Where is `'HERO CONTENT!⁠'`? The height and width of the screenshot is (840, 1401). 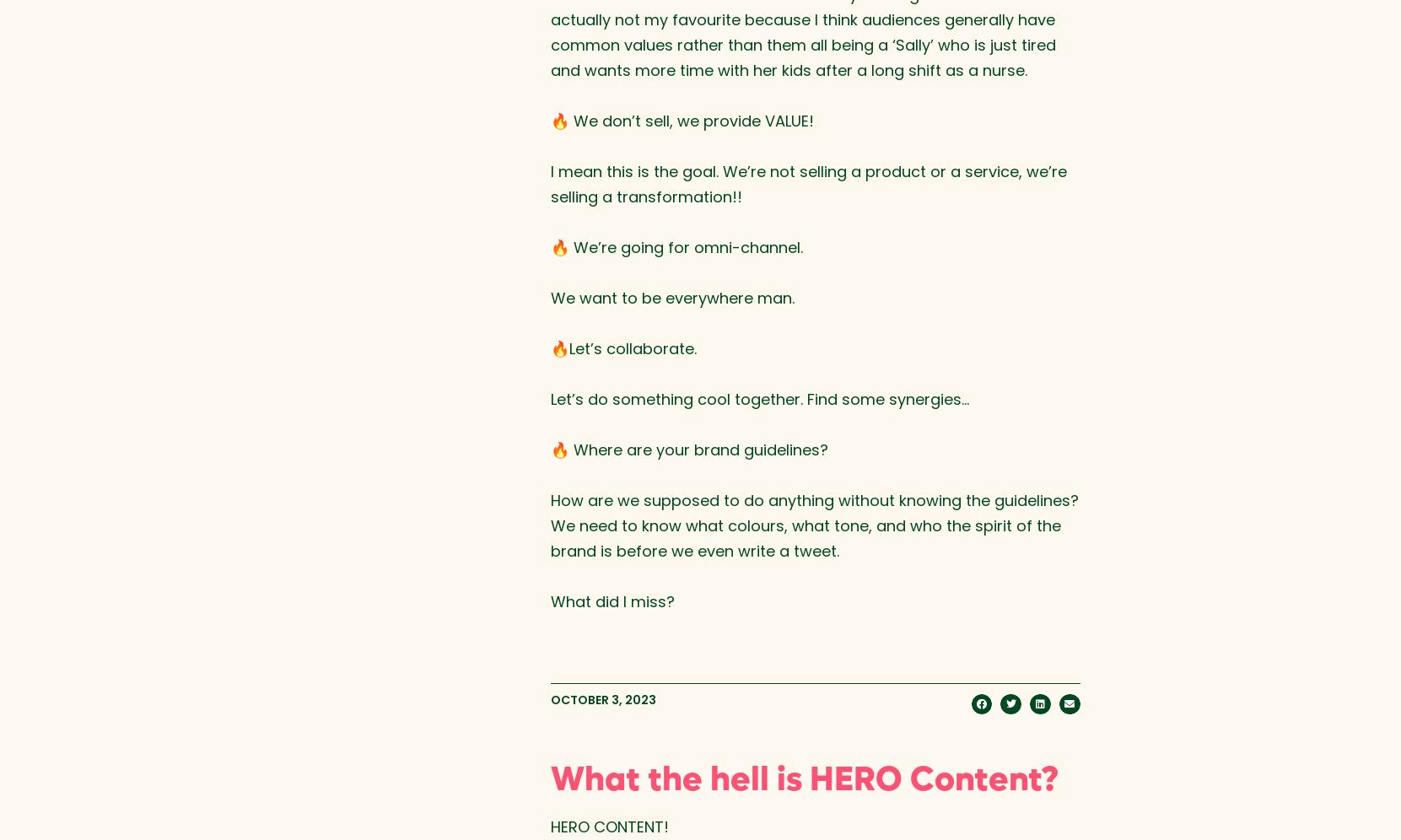
'HERO CONTENT!⁠' is located at coordinates (609, 826).